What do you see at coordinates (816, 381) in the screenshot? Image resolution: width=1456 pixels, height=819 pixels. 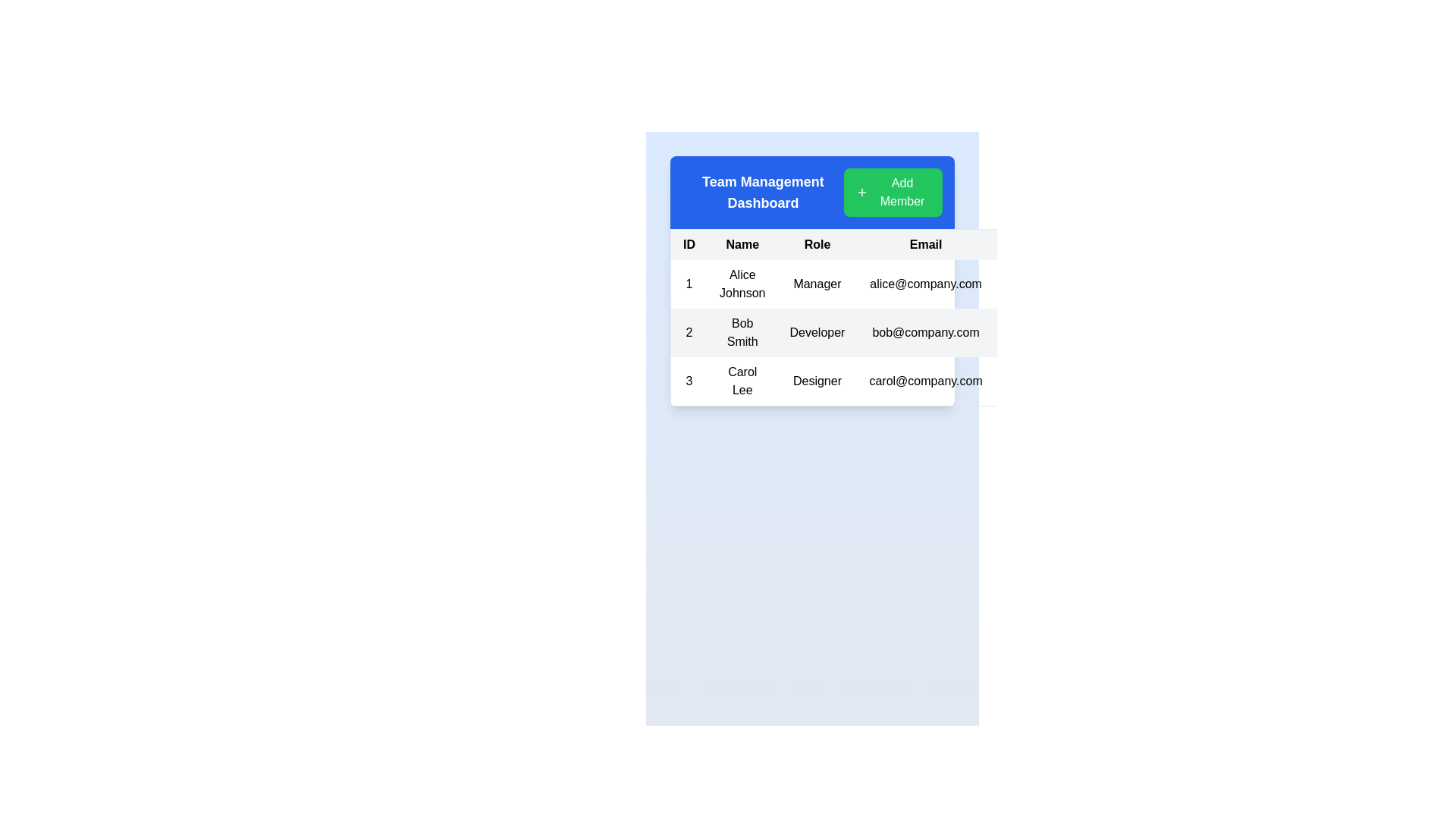 I see `the 'Role' text label for 'Carol Lee' in the third row and third column of the table, which provides a designation within a team management interface` at bounding box center [816, 381].